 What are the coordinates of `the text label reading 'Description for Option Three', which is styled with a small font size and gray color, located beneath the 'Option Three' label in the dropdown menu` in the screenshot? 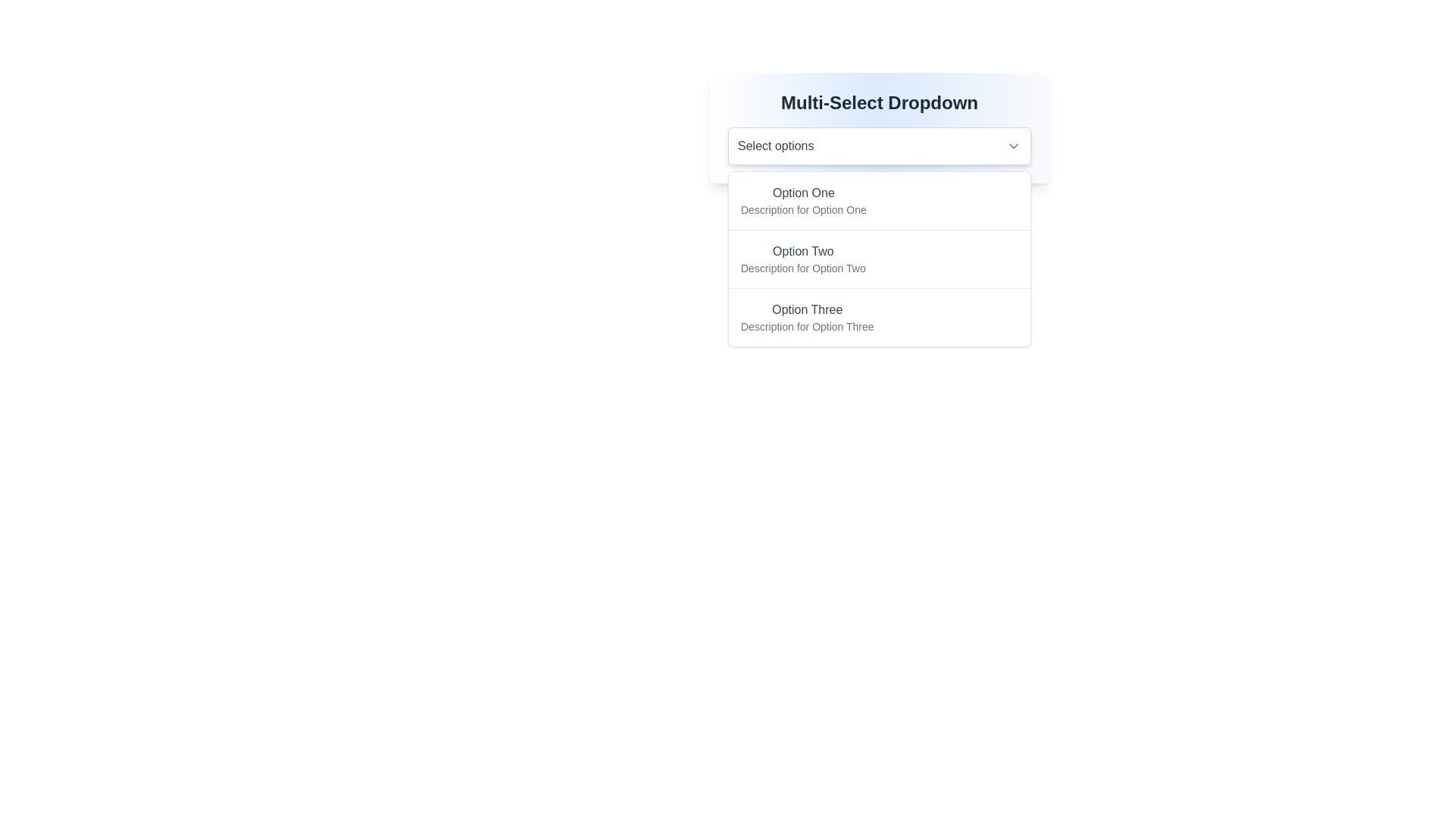 It's located at (806, 326).